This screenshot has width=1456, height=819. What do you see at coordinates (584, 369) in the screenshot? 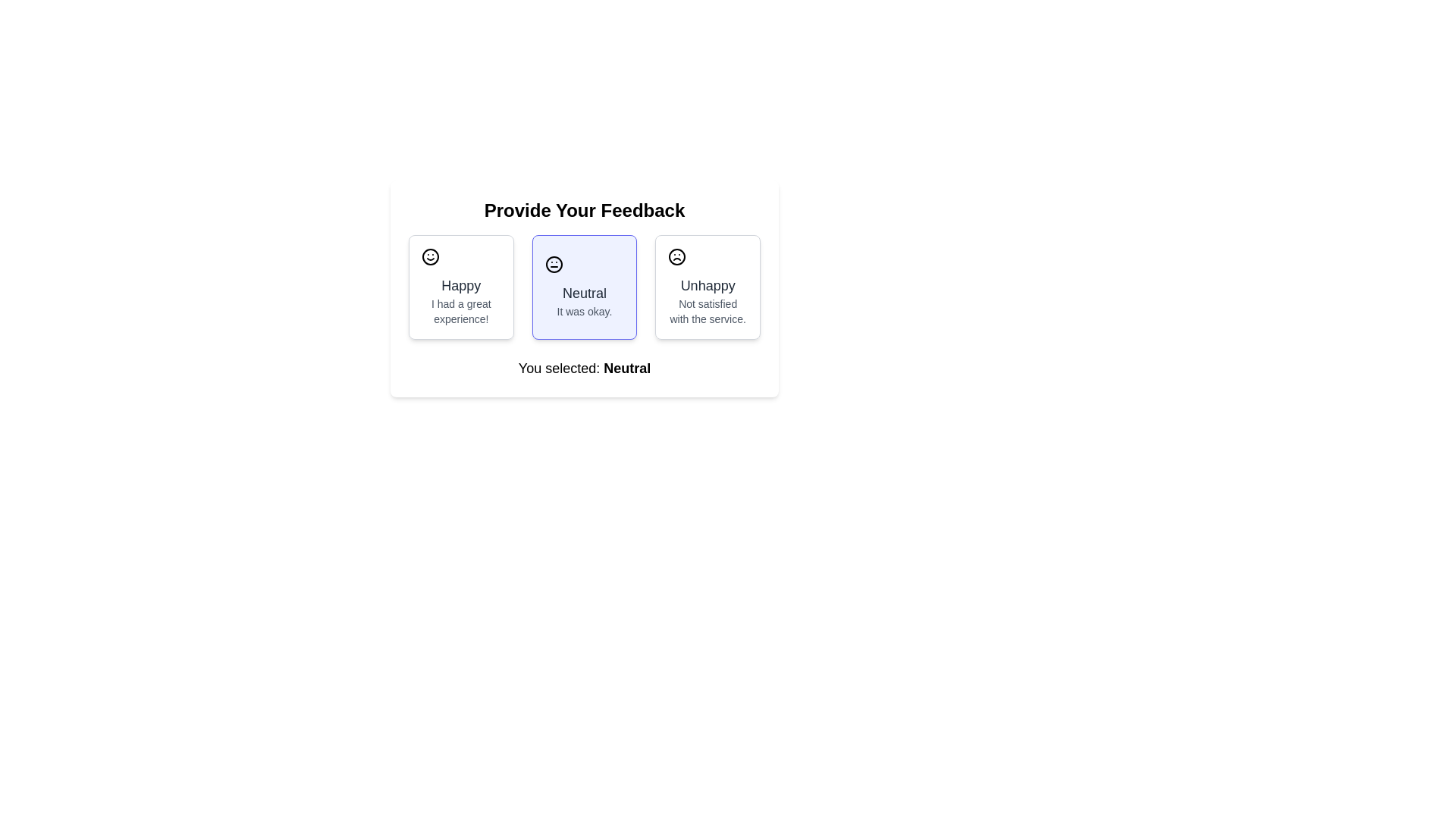
I see `the text label that confirms the user's selection as 'Neutral', located at the bottom section of the card interface` at bounding box center [584, 369].